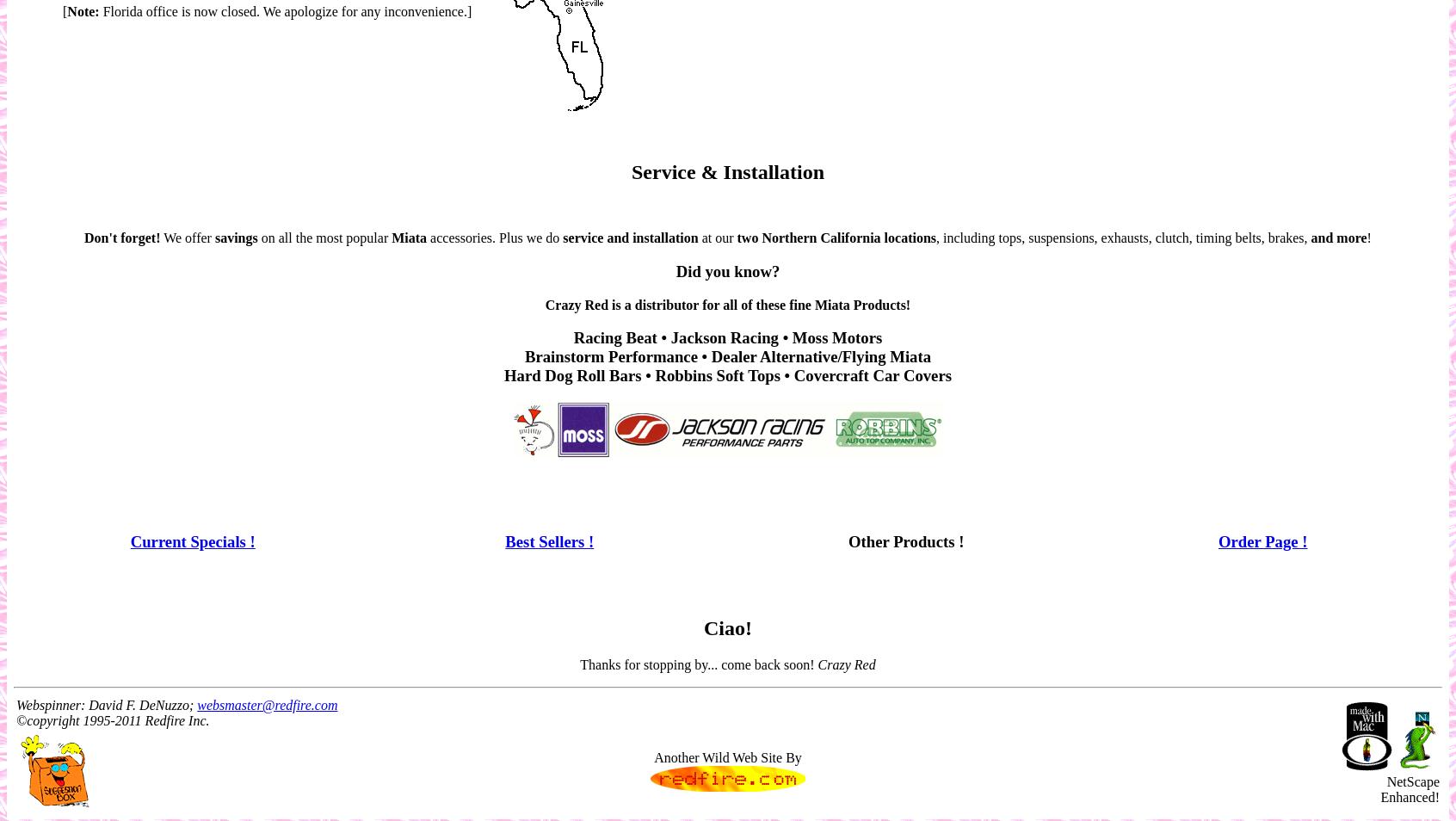 The image size is (1456, 821). Describe the element at coordinates (493, 238) in the screenshot. I see `'accessories. Plus we do'` at that location.